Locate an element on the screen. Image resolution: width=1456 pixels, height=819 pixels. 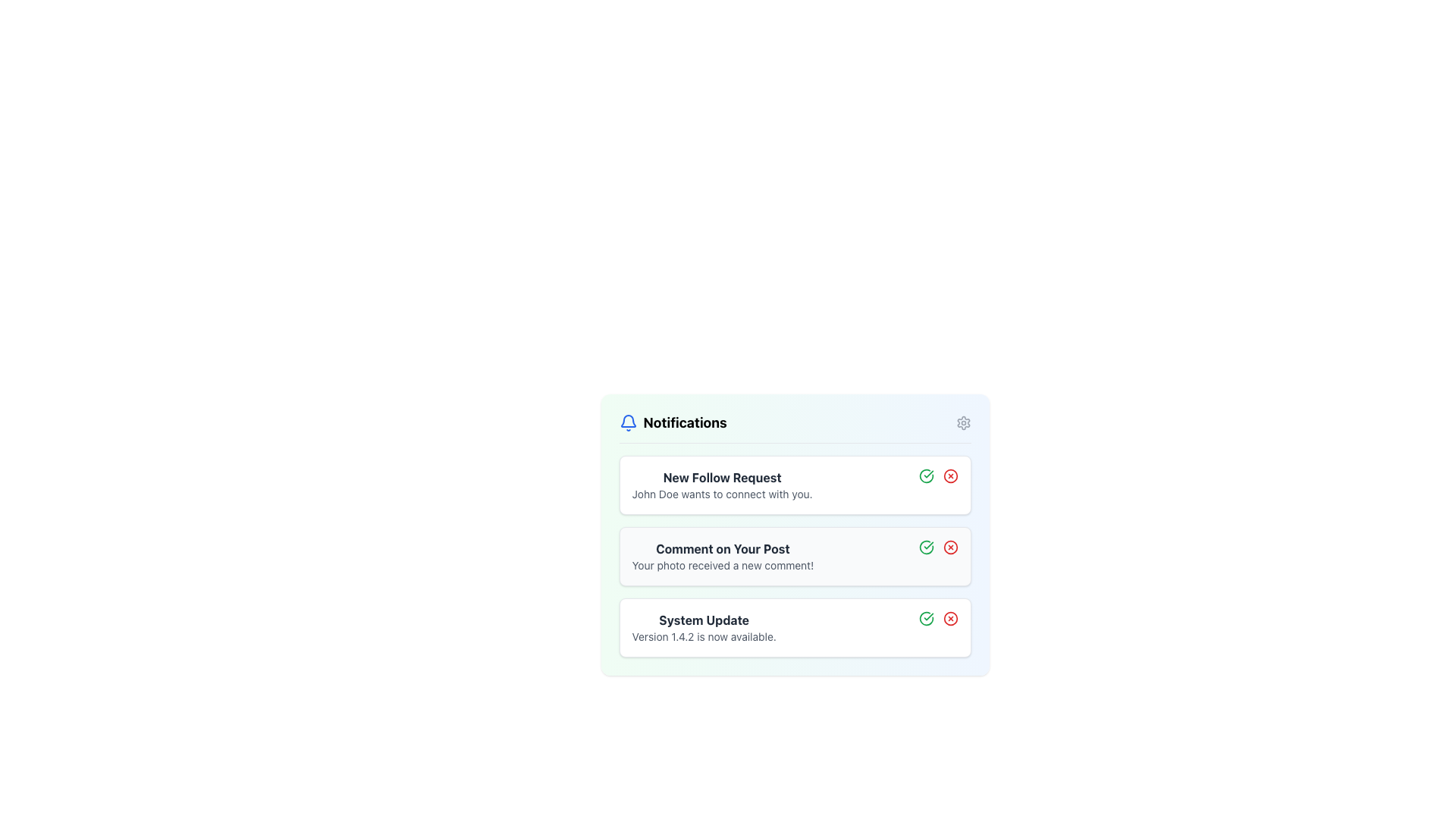
the cancel button located at the right end of the second row in the notification list is located at coordinates (949, 547).